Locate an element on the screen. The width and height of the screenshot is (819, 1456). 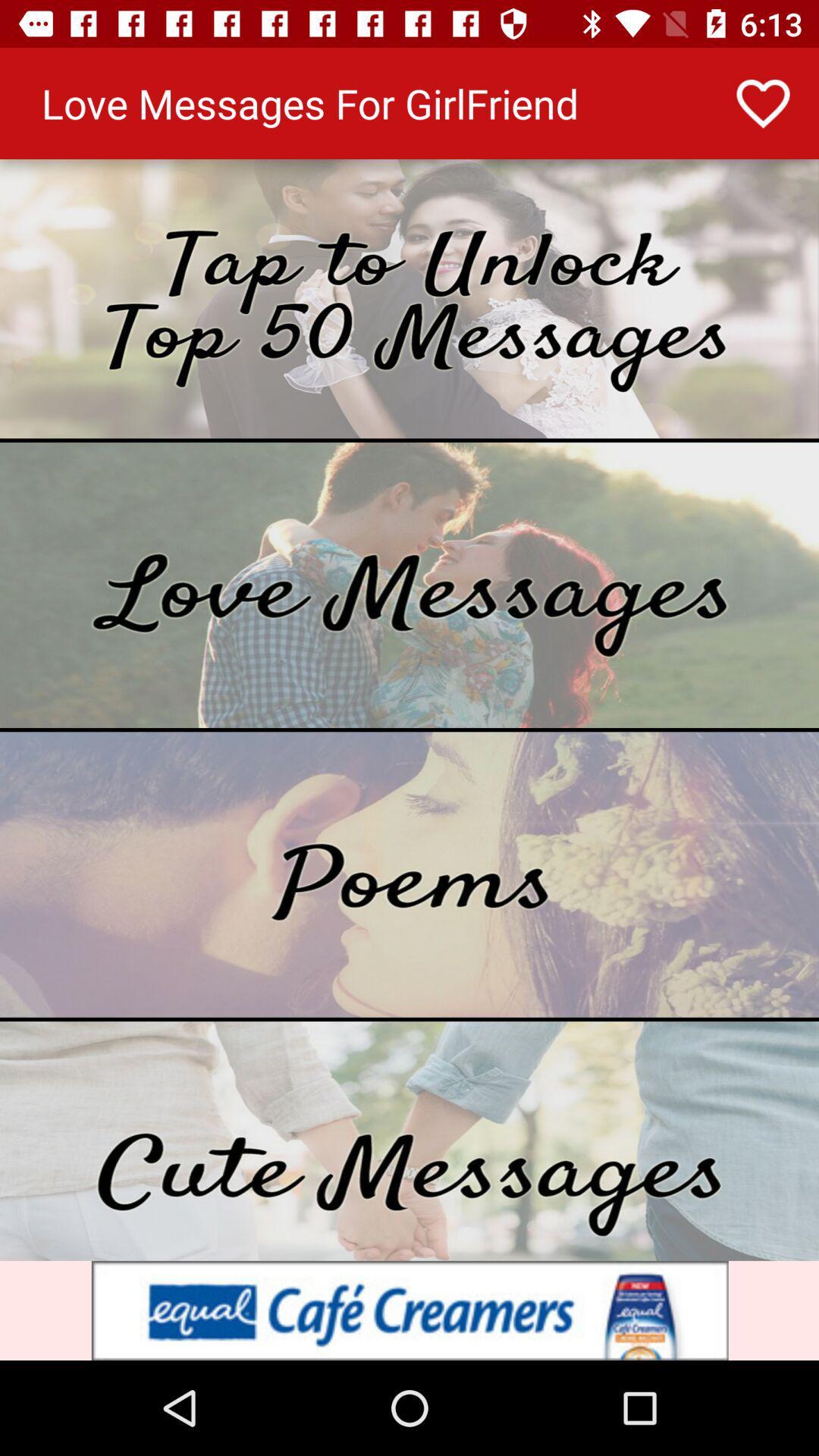
message to the option is located at coordinates (409, 584).